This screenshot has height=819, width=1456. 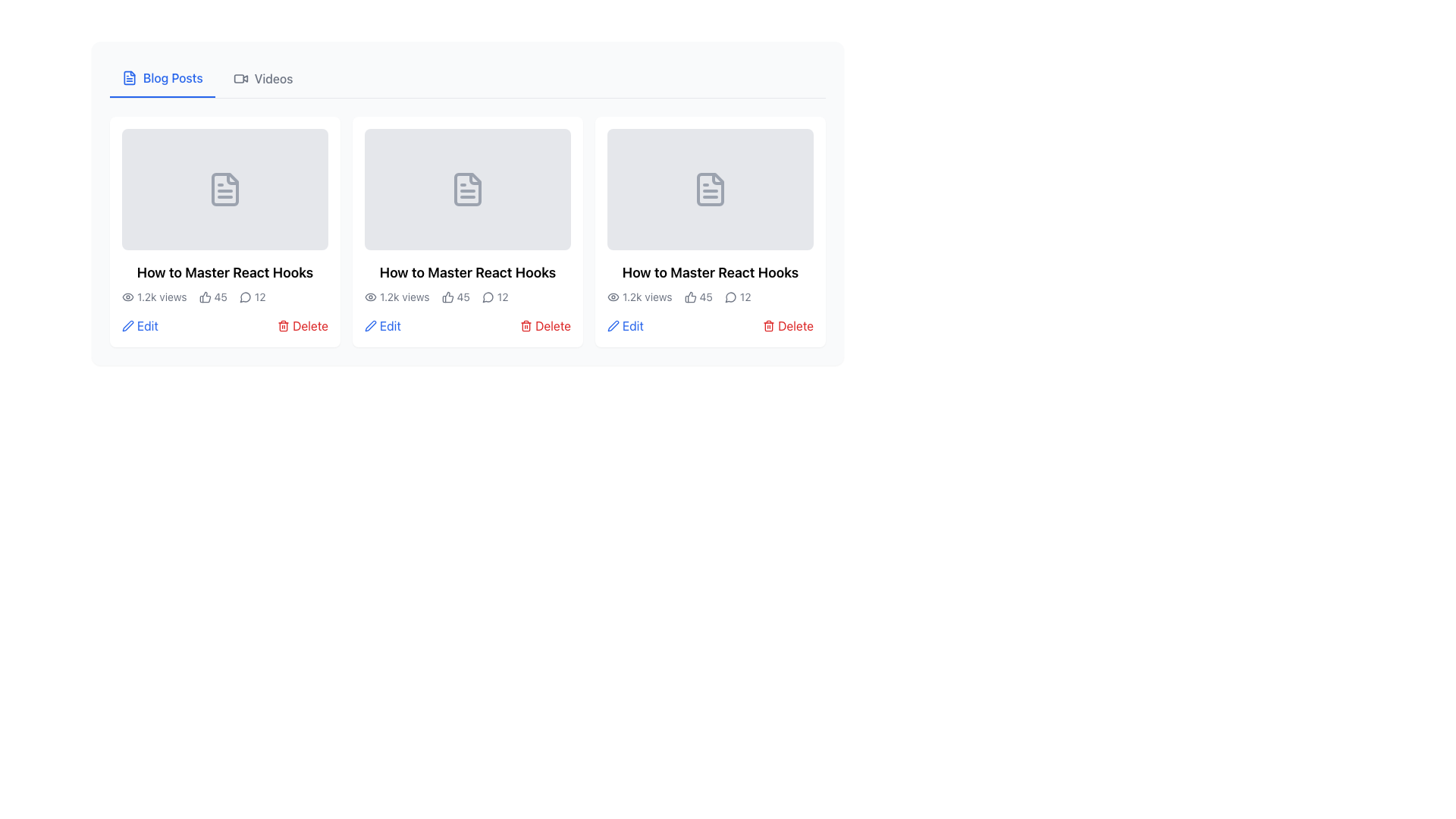 What do you see at coordinates (371, 297) in the screenshot?
I see `the eye icon element that indicates the number of views for the blog post, located to the left of the '1.2k views' text` at bounding box center [371, 297].